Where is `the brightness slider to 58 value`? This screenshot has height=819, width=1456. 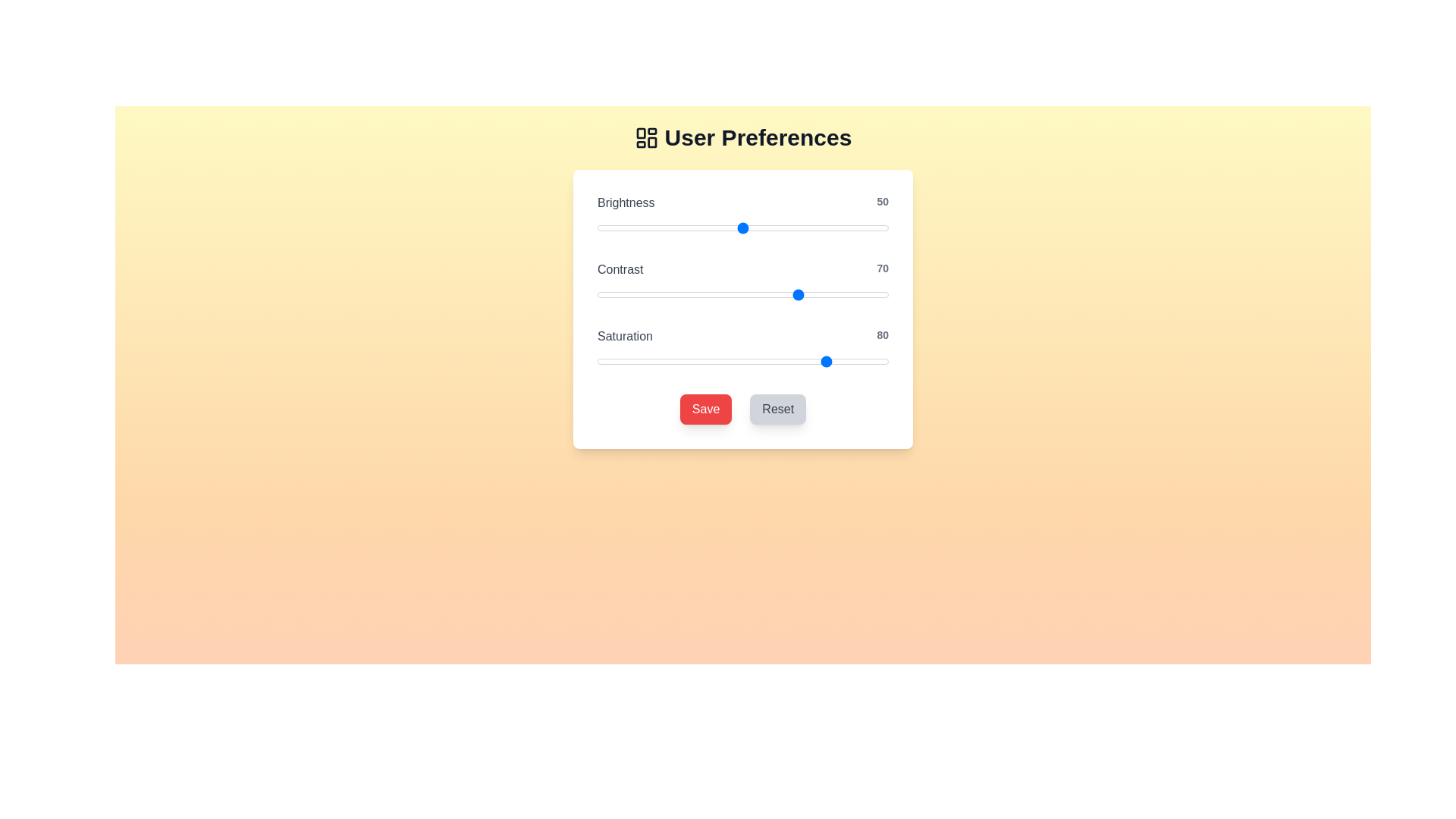
the brightness slider to 58 value is located at coordinates (766, 227).